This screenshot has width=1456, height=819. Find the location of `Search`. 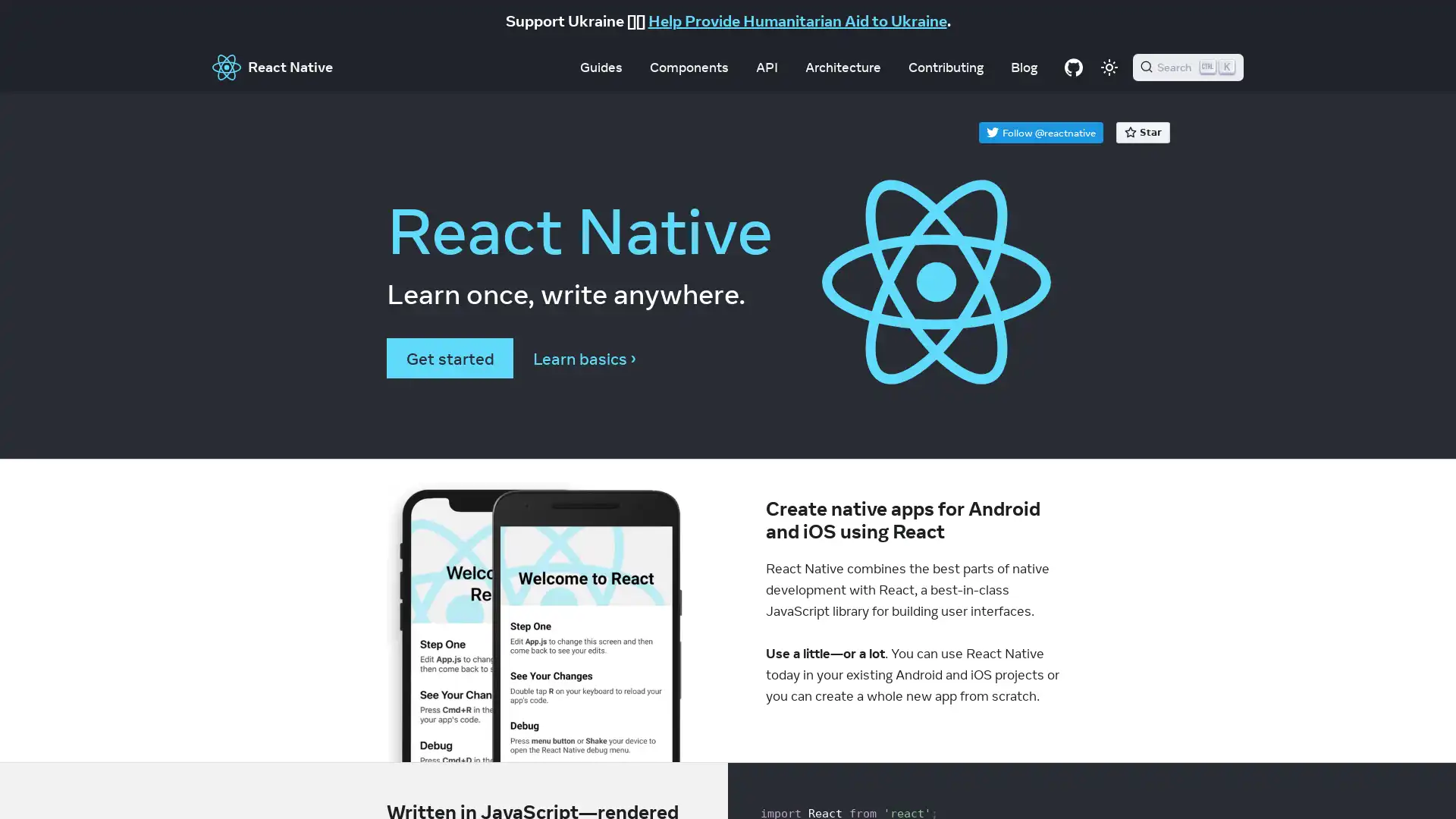

Search is located at coordinates (1187, 66).